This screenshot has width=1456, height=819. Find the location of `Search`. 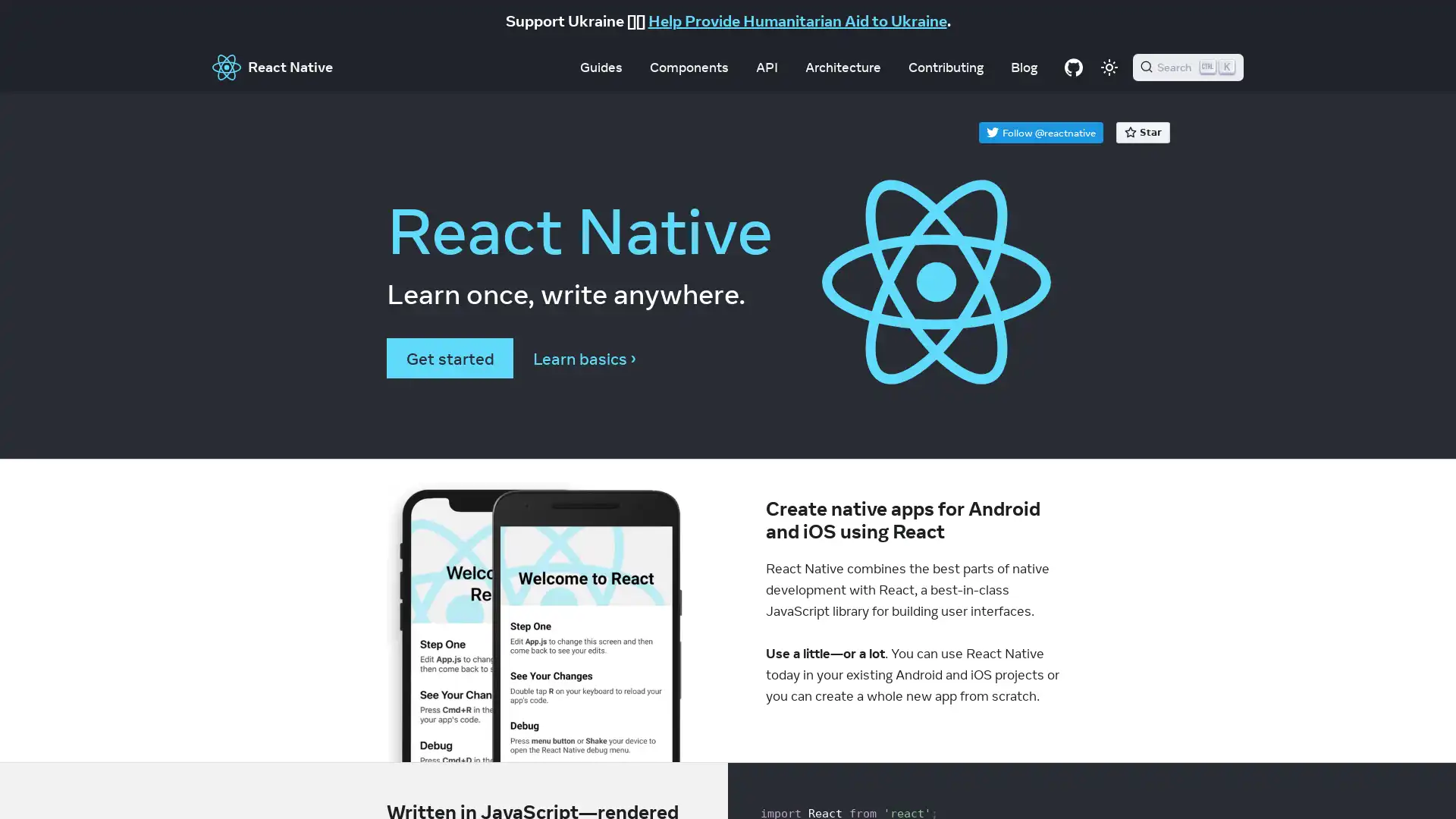

Search is located at coordinates (1187, 66).